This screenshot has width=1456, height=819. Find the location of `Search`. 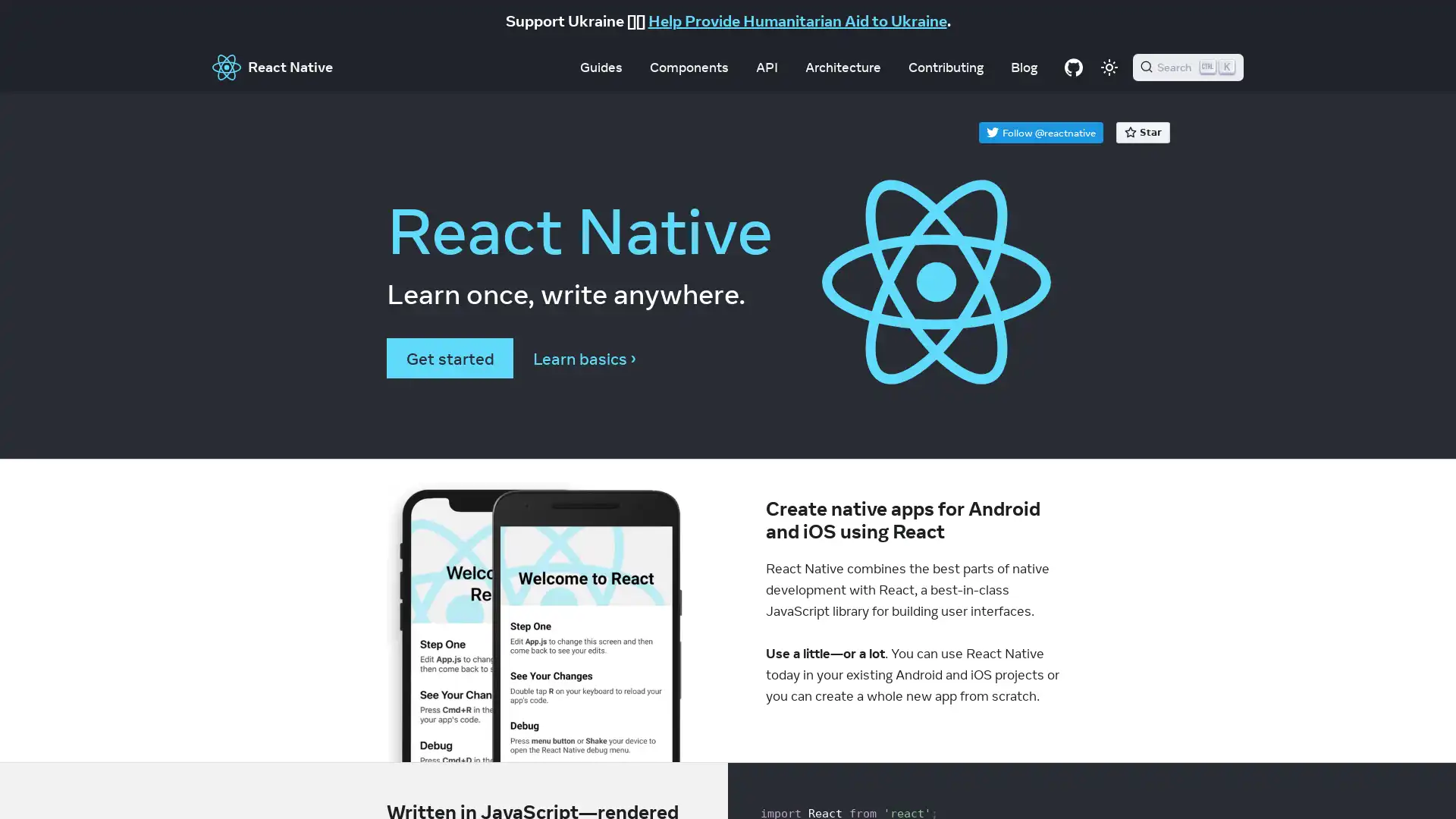

Search is located at coordinates (1187, 66).